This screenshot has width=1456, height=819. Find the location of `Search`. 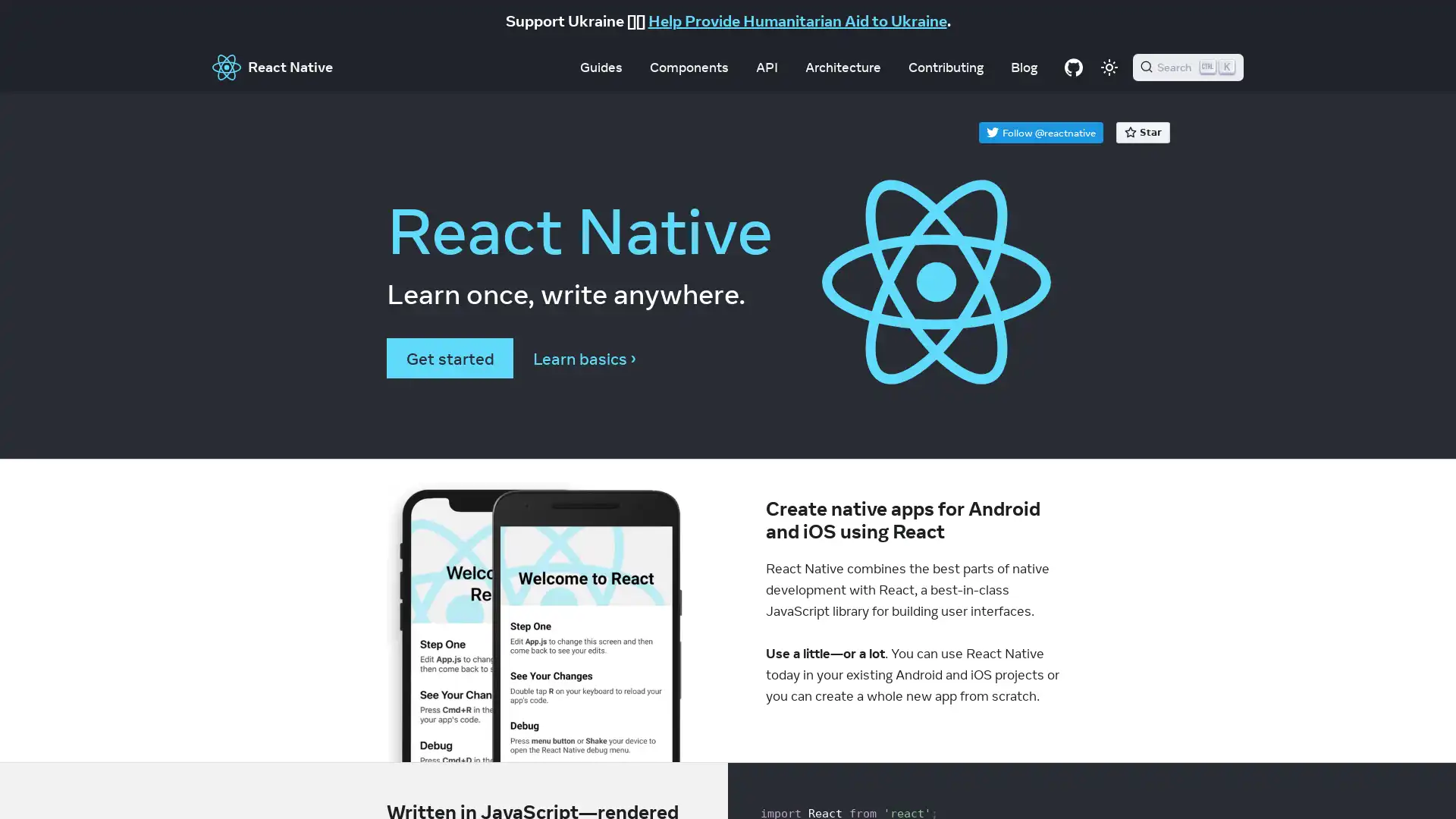

Search is located at coordinates (1187, 66).